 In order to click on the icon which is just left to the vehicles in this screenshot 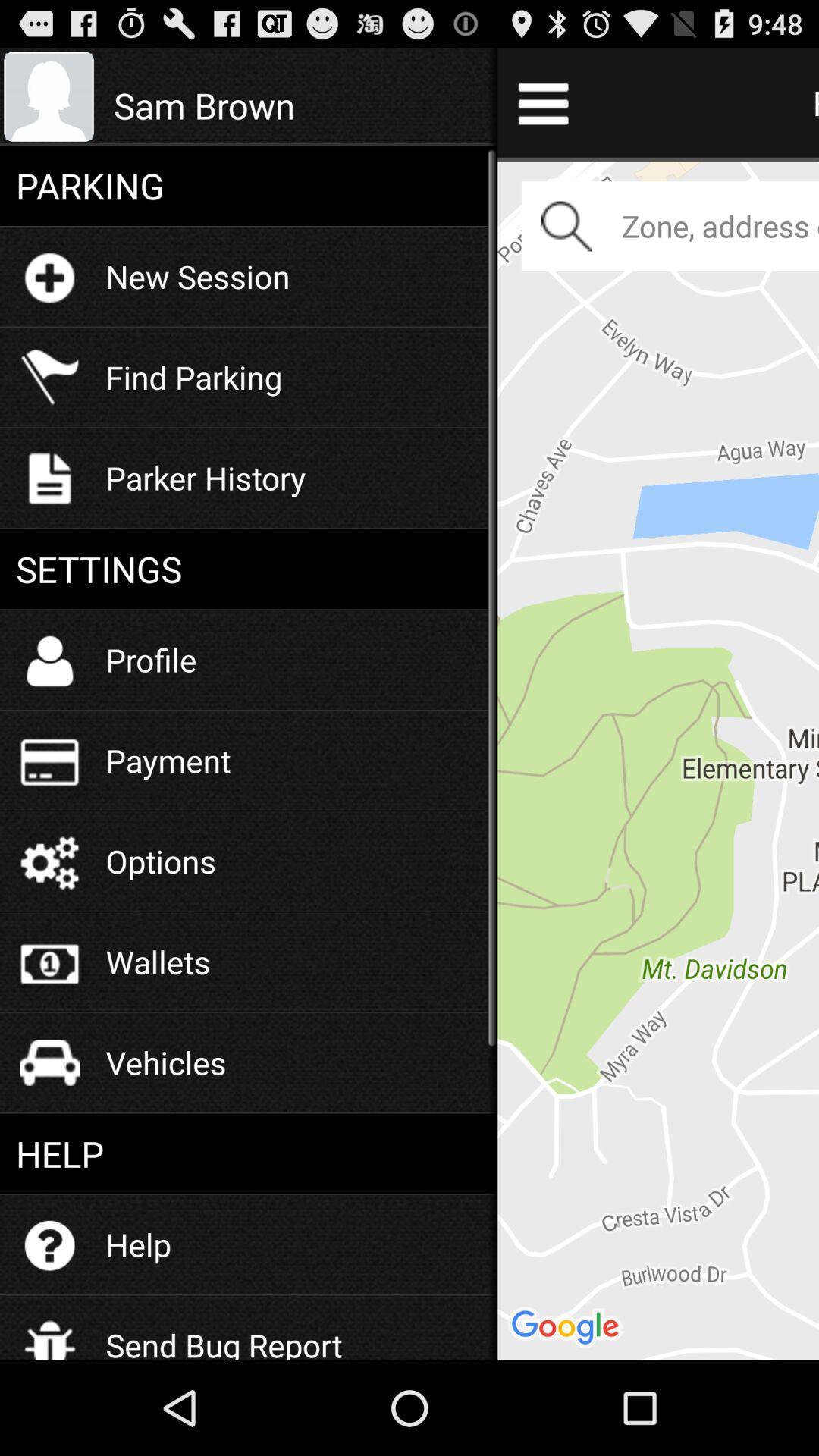, I will do `click(49, 1062)`.